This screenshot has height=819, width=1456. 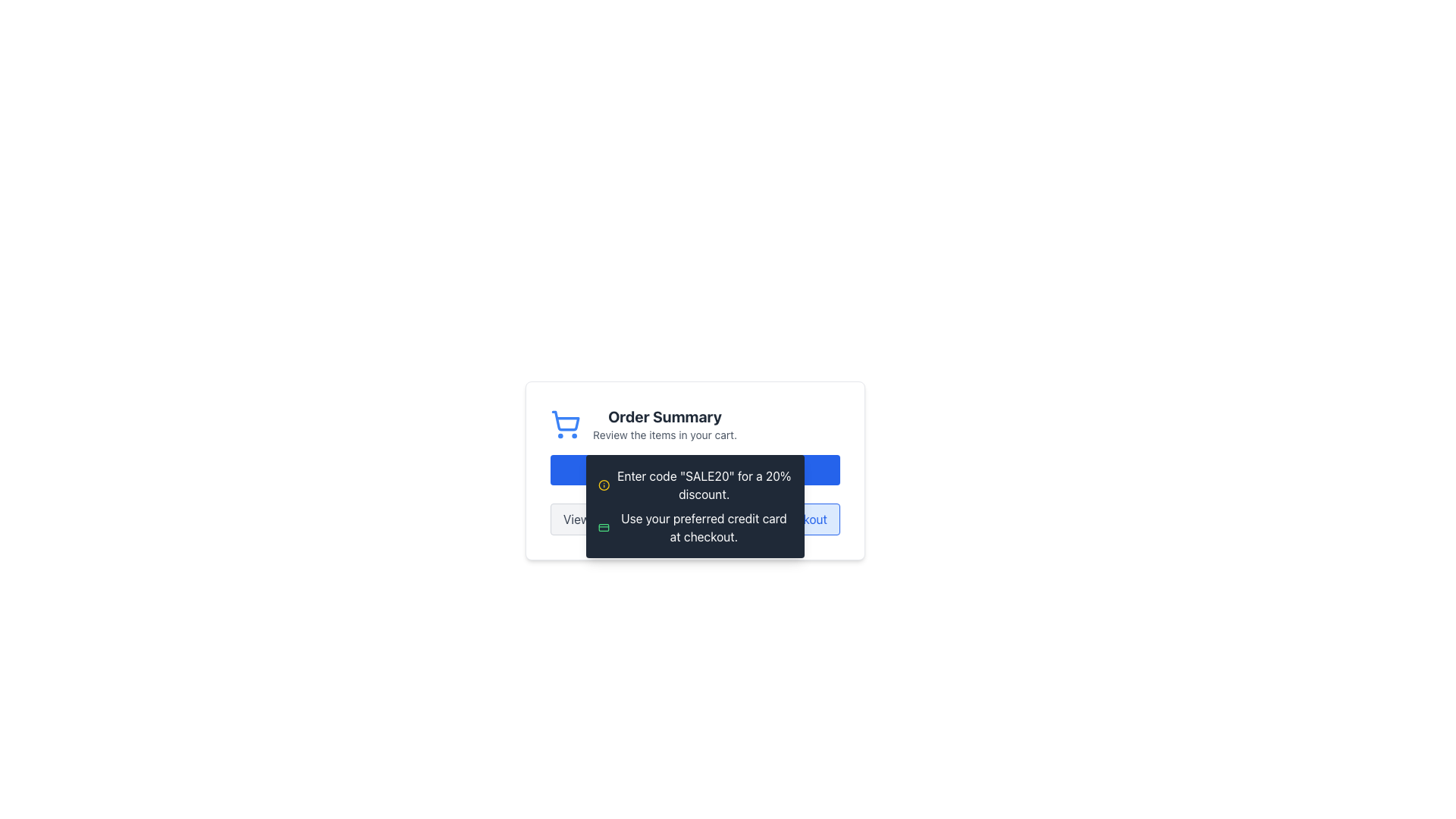 I want to click on the Informational Banner that contains the message 'Enter code "SALE20" for a 20% discount.' and 'Use your preferred credit card at checkout.', so click(x=694, y=506).